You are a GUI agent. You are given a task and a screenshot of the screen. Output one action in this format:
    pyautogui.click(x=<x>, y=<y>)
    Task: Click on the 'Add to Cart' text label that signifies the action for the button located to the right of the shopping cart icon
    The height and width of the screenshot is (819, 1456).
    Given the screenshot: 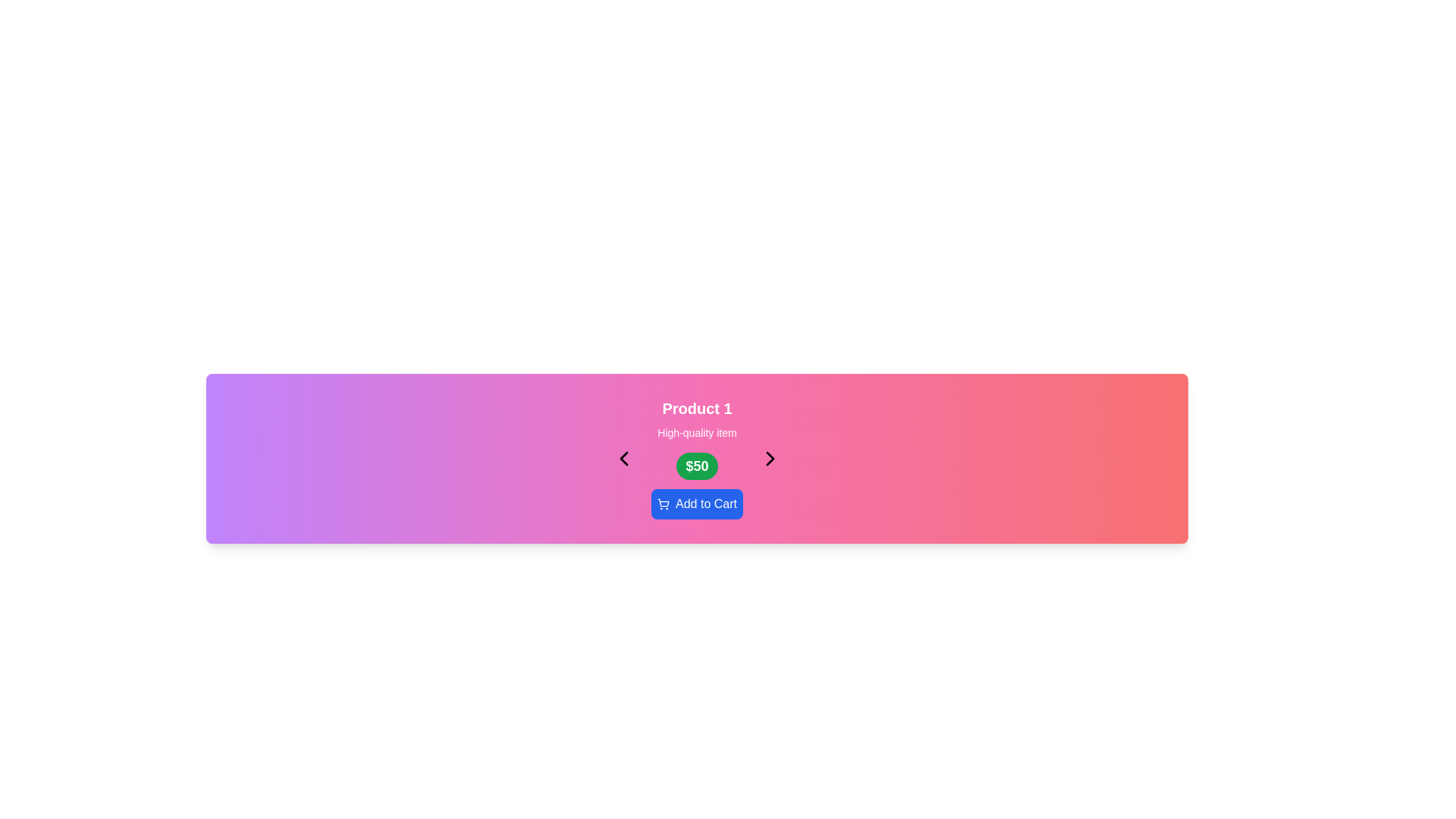 What is the action you would take?
    pyautogui.click(x=705, y=504)
    